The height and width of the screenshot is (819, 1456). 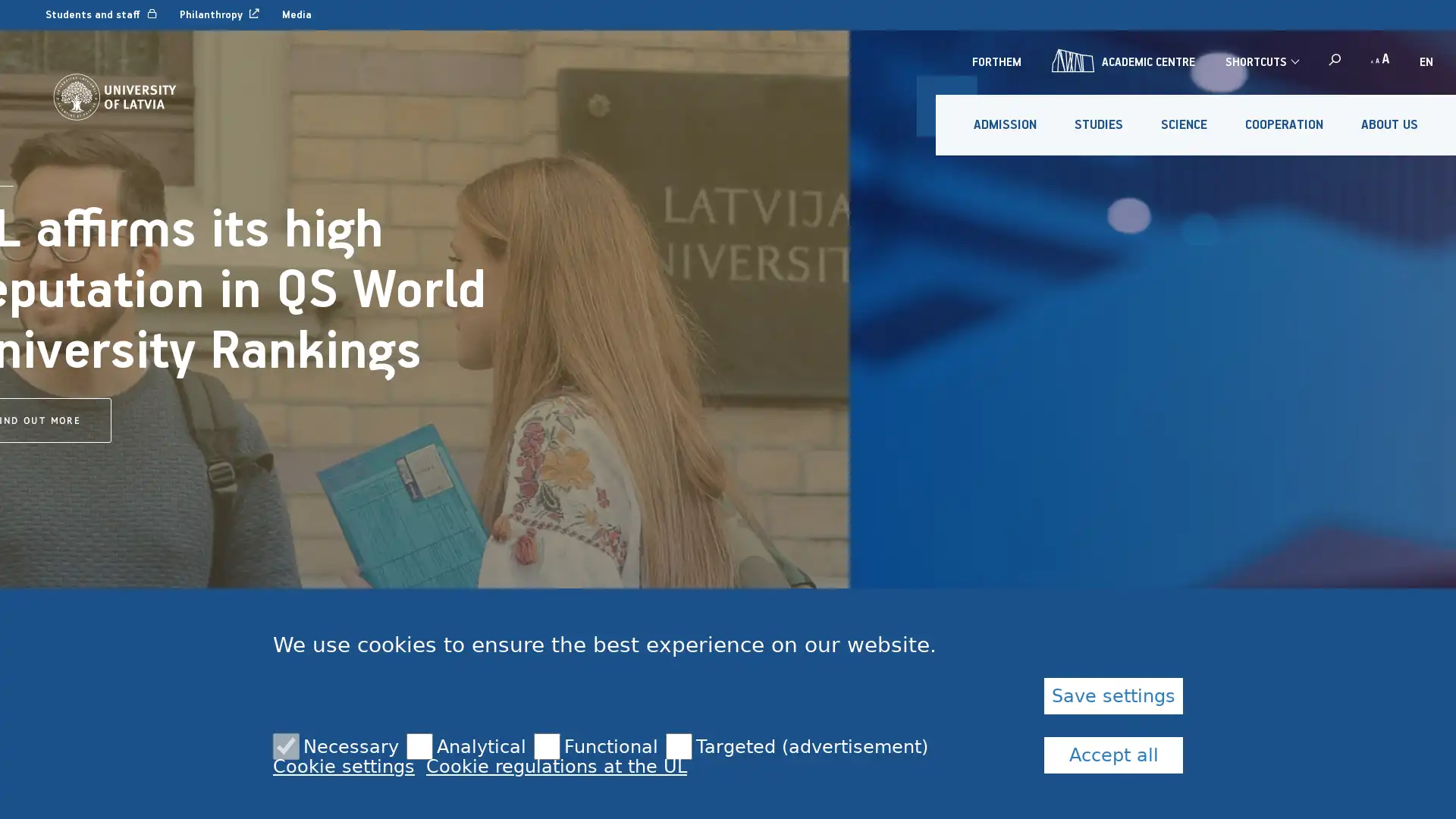 What do you see at coordinates (1261, 61) in the screenshot?
I see `SHORTCUTS` at bounding box center [1261, 61].